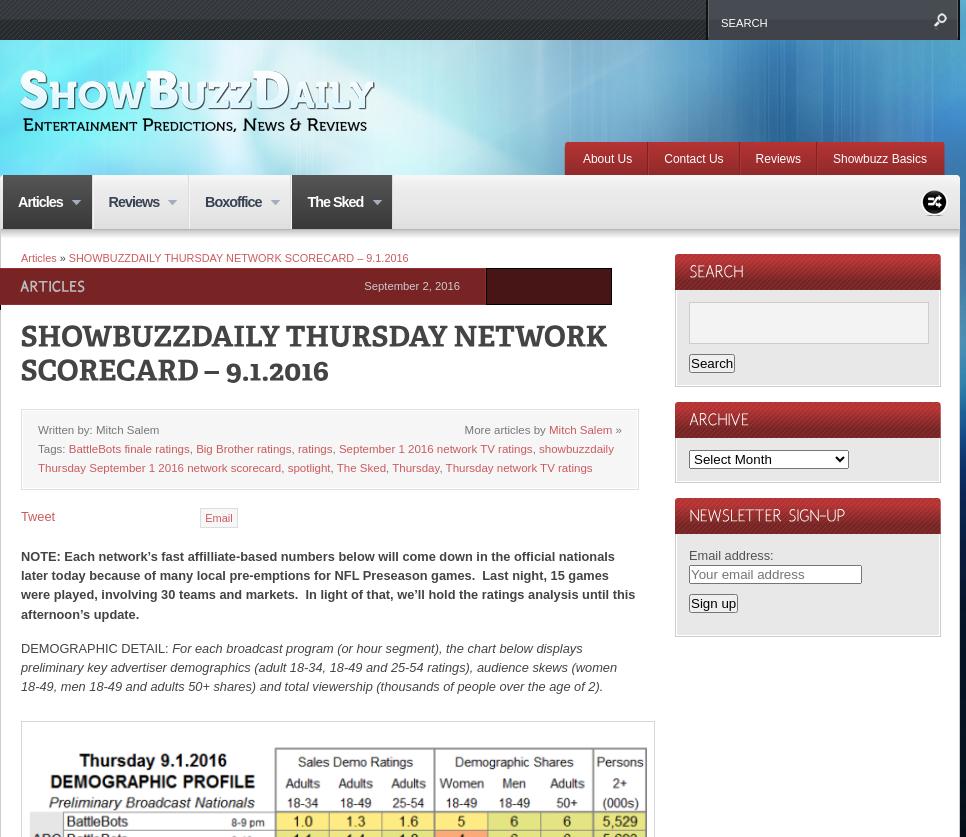 The image size is (966, 837). I want to click on 'Contact Us', so click(692, 158).